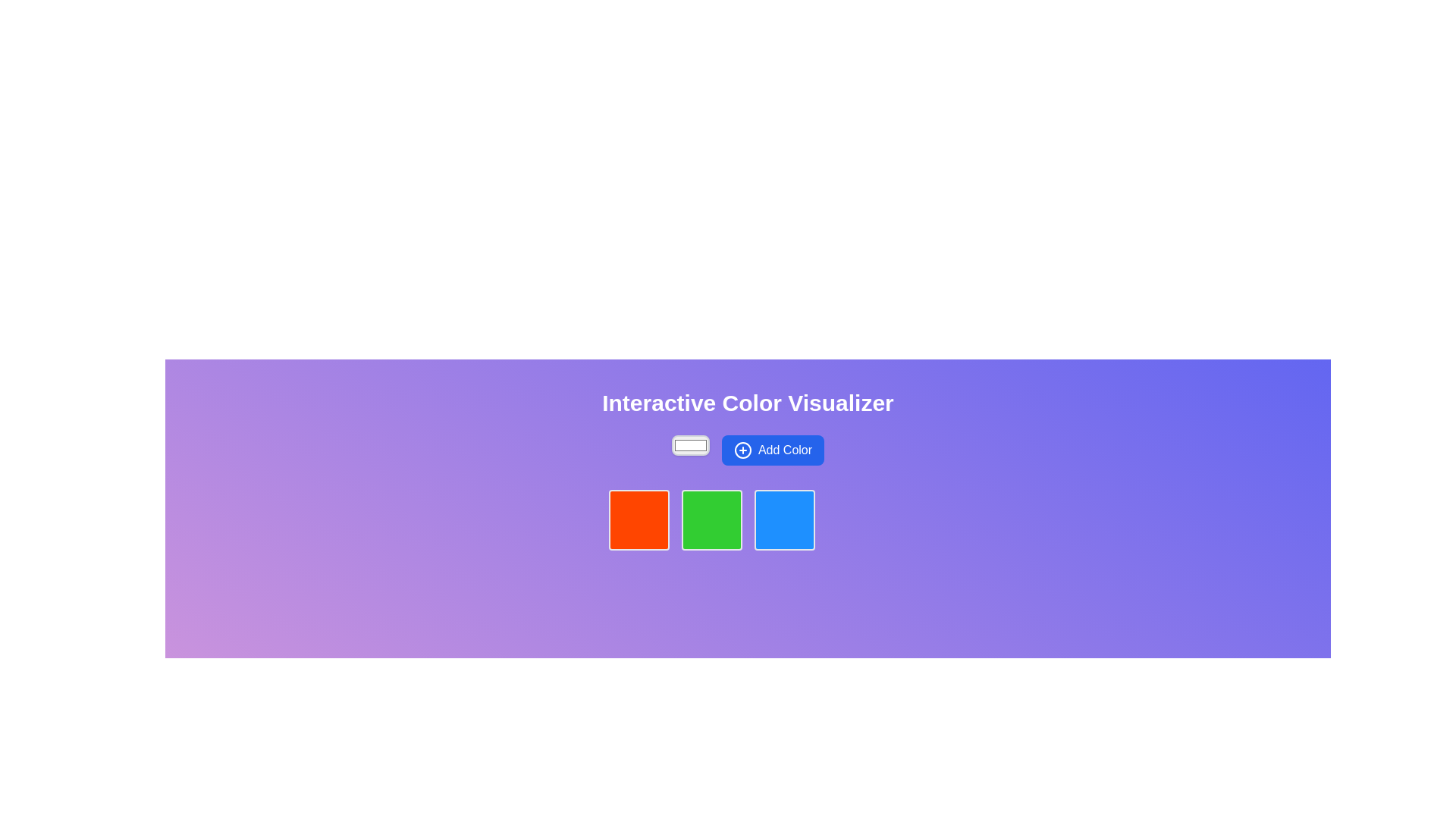 The width and height of the screenshot is (1456, 819). Describe the element at coordinates (784, 519) in the screenshot. I see `the hover effect on the blue square with rounded corners that is the third in a row of four squares, located beneath the 'Add Color' button and input field` at that location.